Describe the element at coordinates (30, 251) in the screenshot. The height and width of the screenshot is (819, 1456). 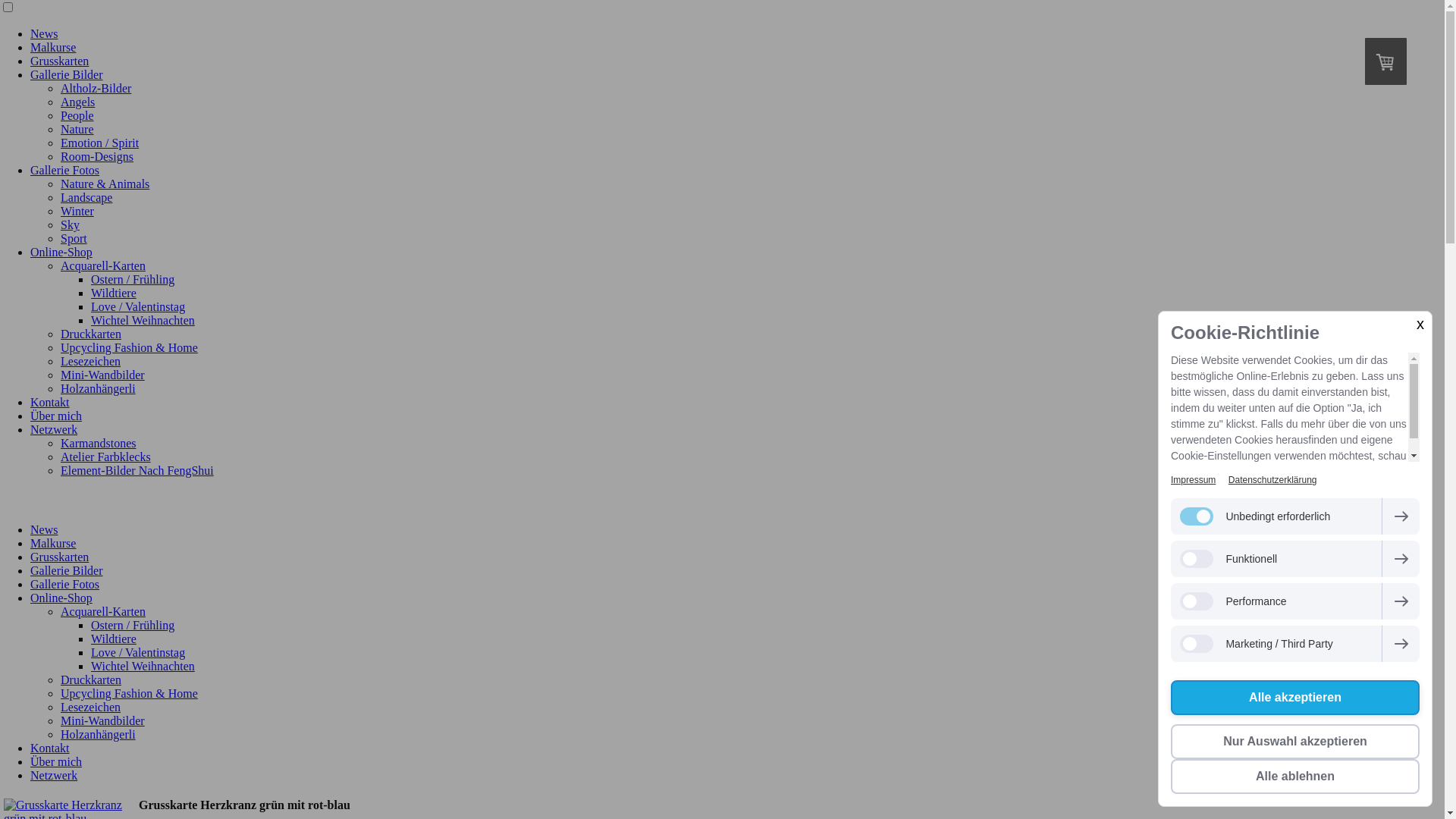
I see `'Online-Shop'` at that location.